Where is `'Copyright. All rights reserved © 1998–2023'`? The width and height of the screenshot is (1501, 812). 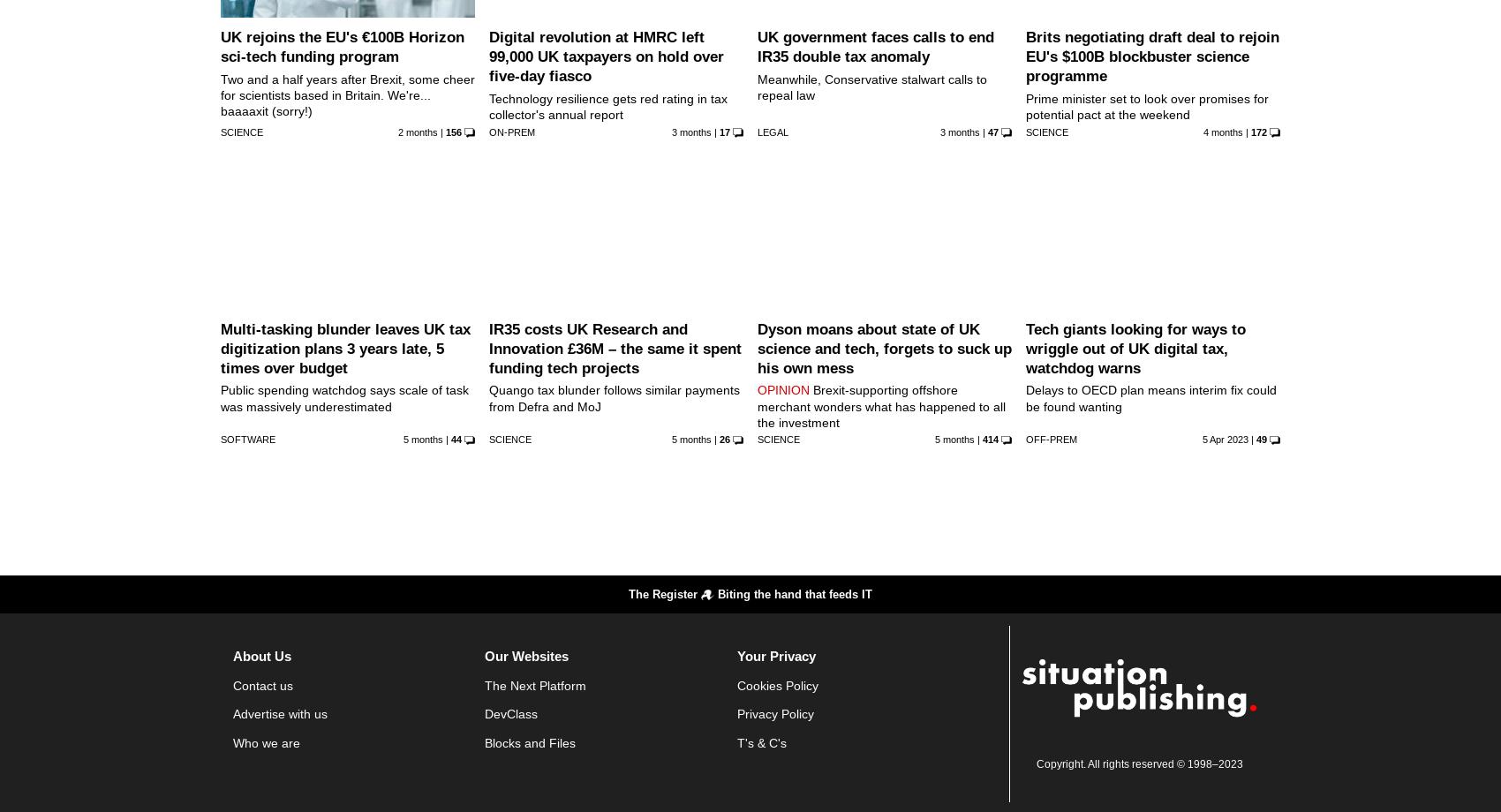 'Copyright. All rights reserved © 1998–2023' is located at coordinates (1138, 762).